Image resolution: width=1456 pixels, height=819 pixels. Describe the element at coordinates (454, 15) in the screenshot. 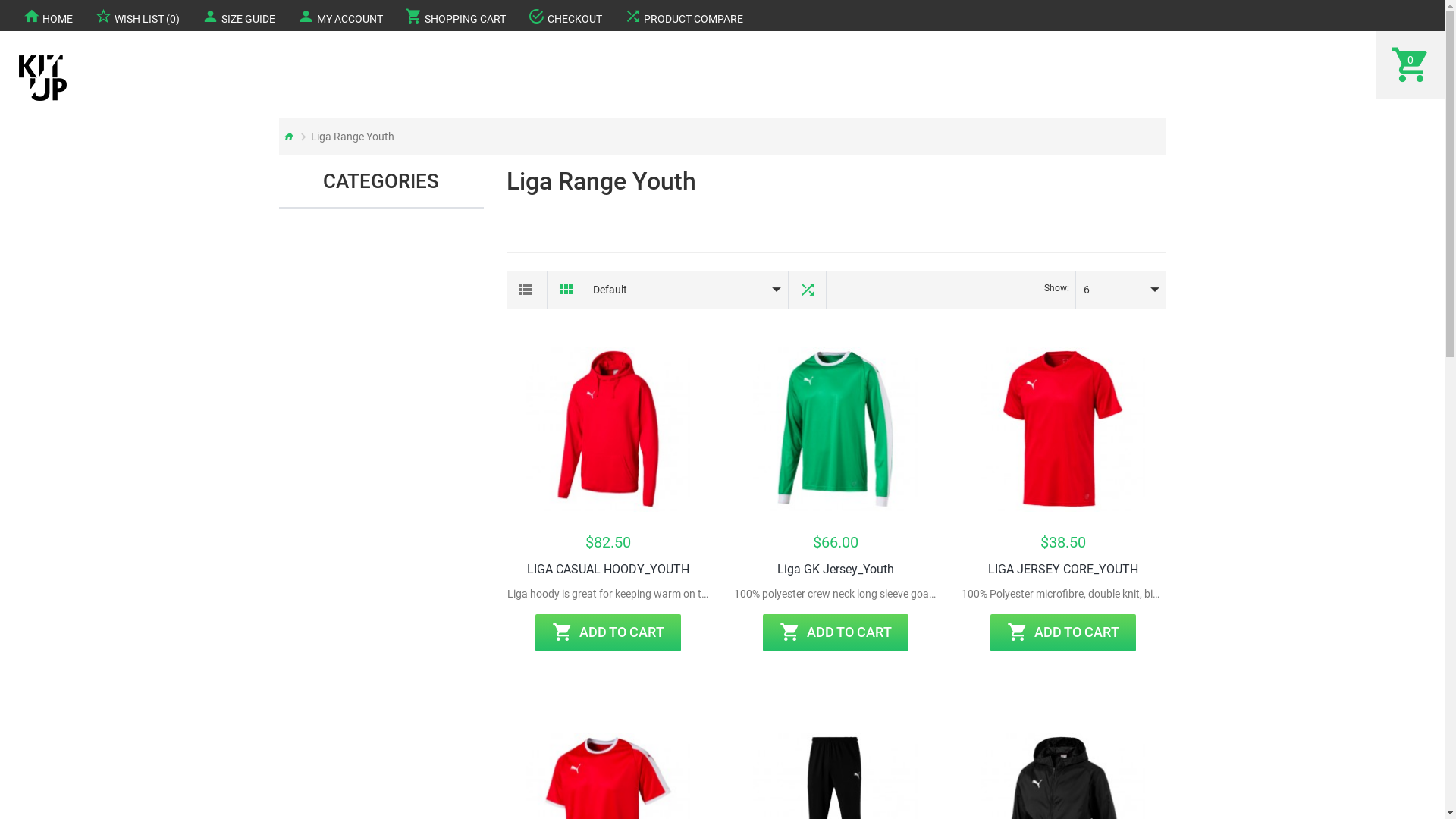

I see `'SHOPPING CART'` at that location.